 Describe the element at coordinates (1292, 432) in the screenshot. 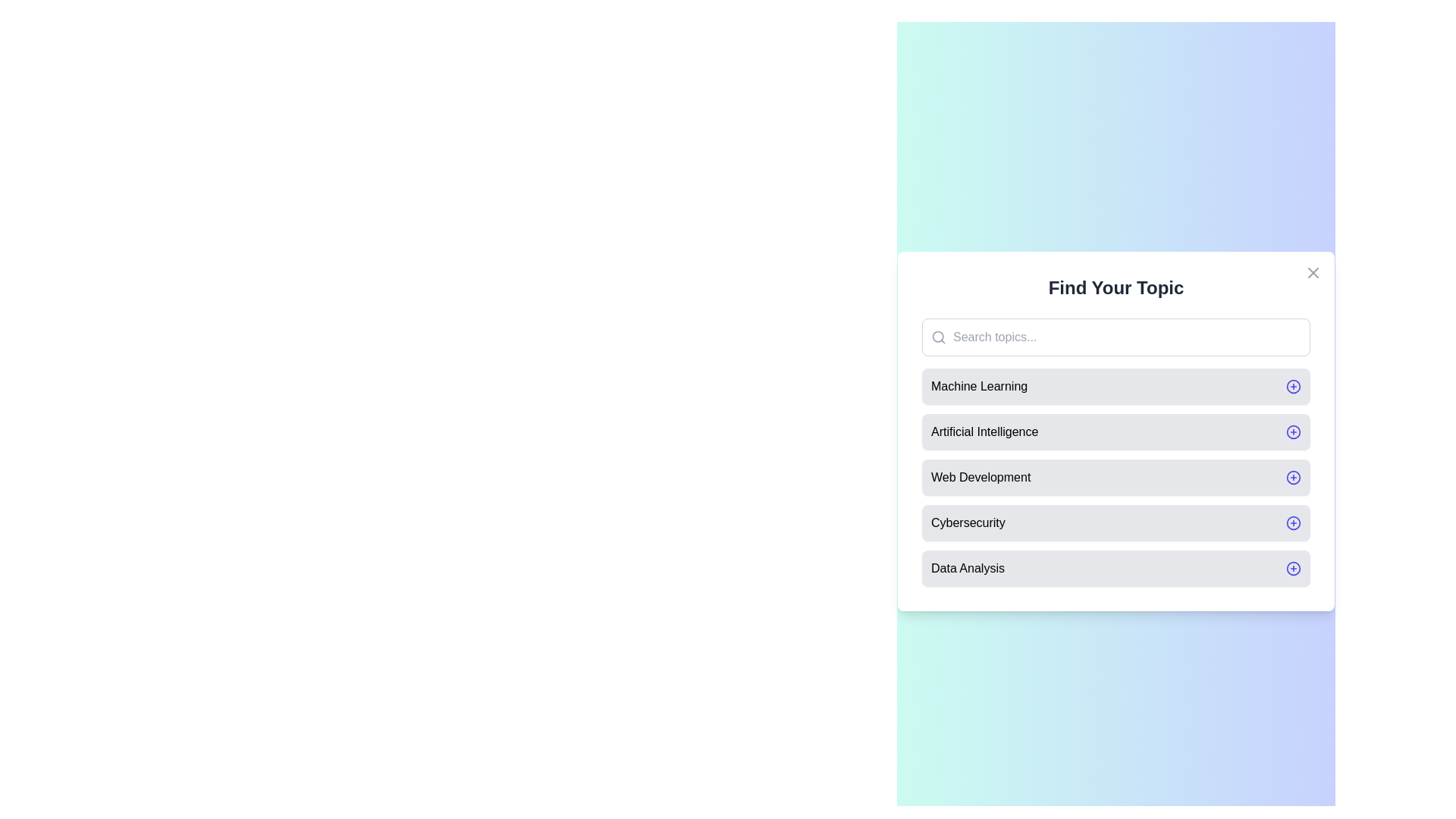

I see `the plus icon next to Artificial Intelligence` at that location.